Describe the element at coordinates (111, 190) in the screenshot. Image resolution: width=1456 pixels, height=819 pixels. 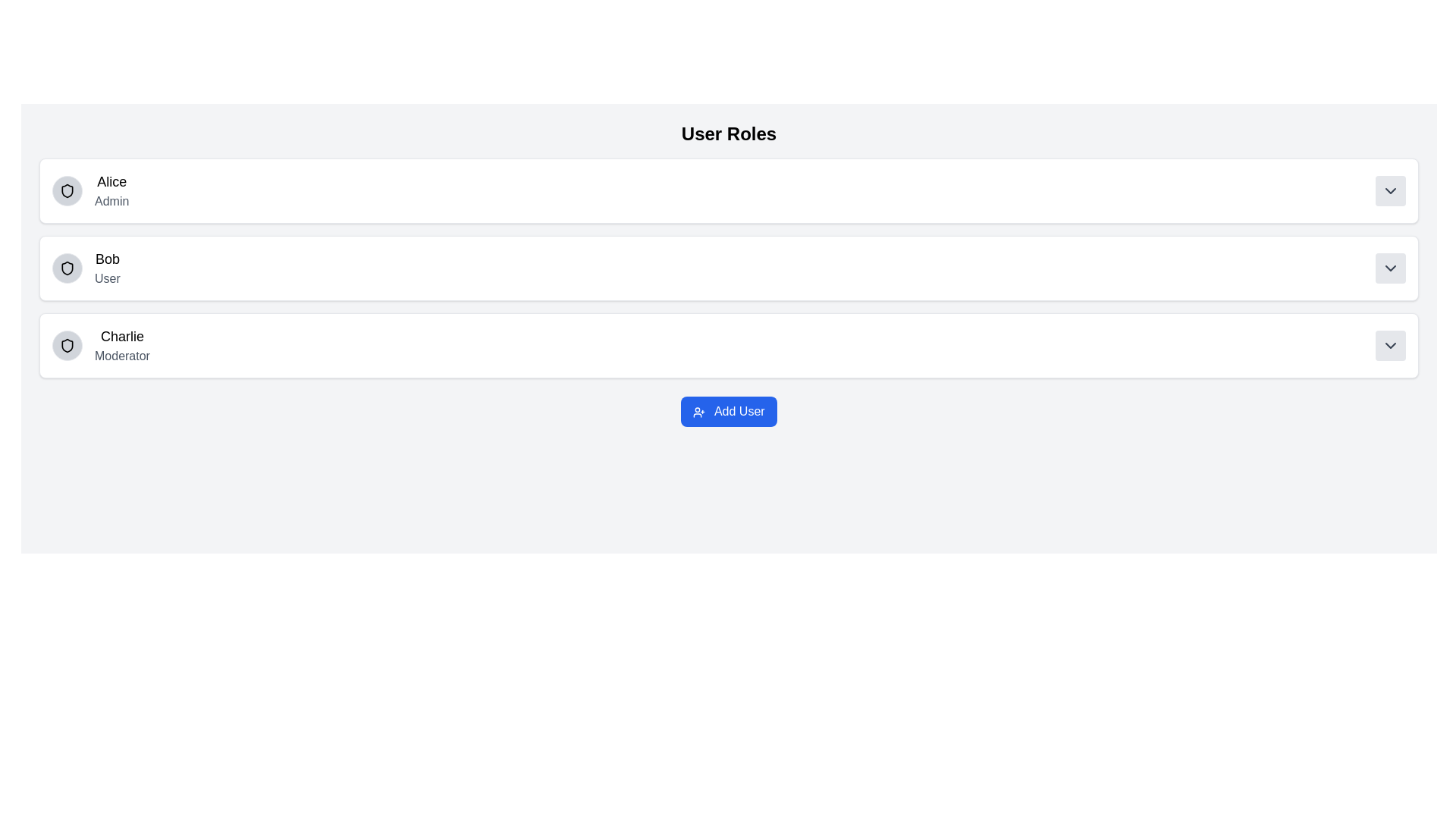
I see `static text label displaying the name 'Alice' and the role 'Admin' in the topmost user entry row of the user roles list` at that location.